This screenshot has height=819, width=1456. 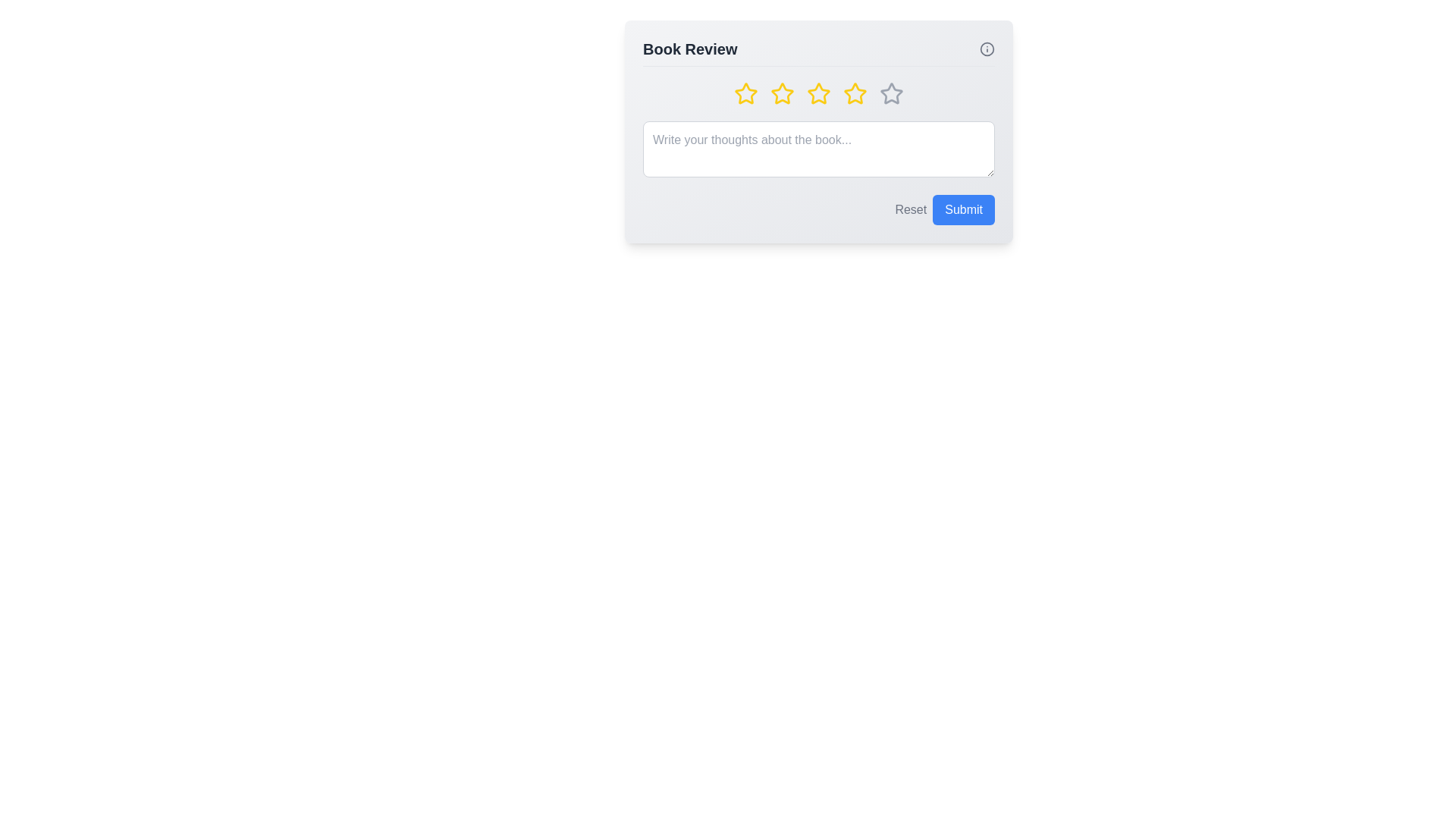 I want to click on the star corresponding to the desired rating 4, so click(x=855, y=93).